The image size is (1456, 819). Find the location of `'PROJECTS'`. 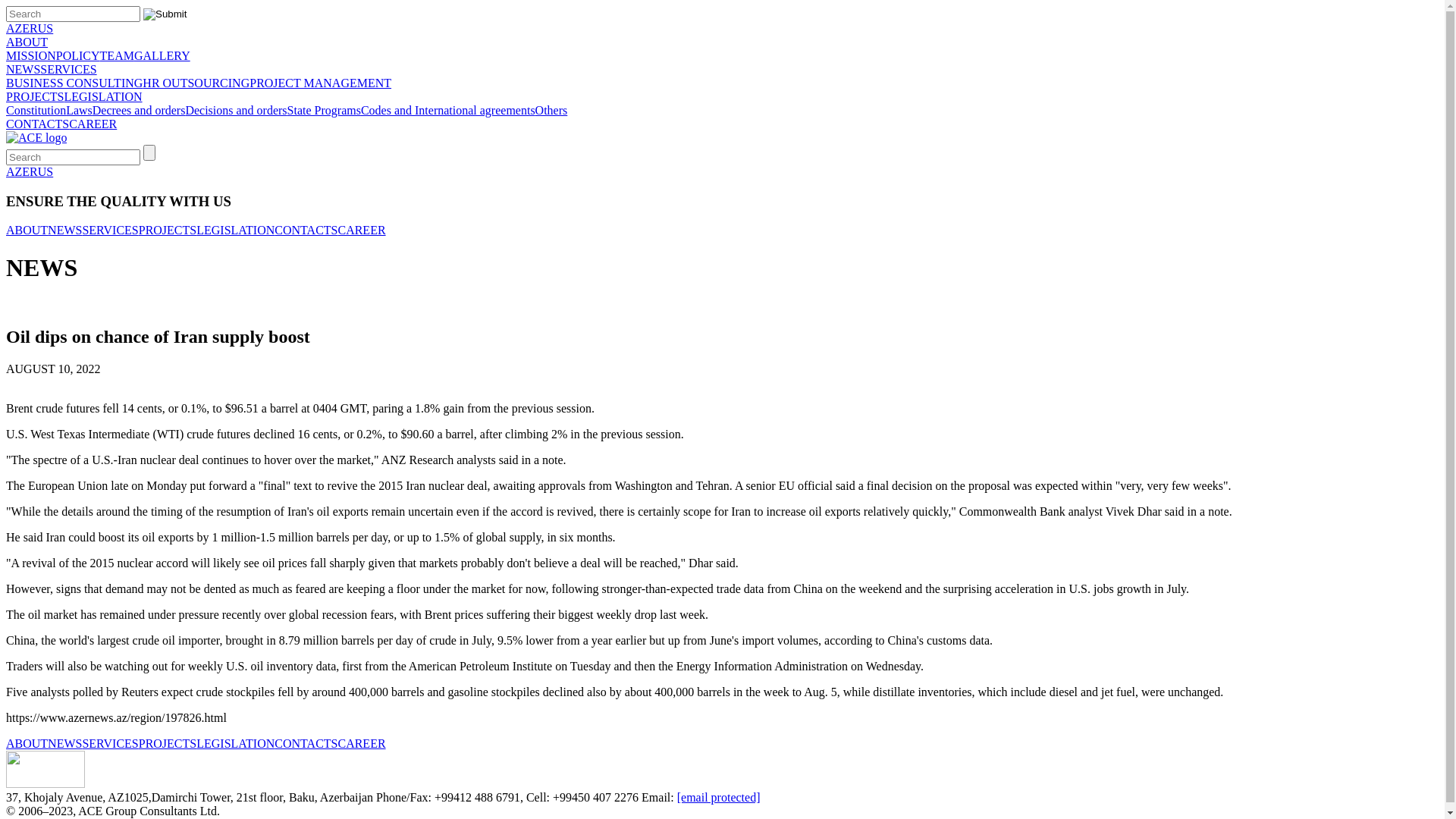

'PROJECTS' is located at coordinates (6, 96).